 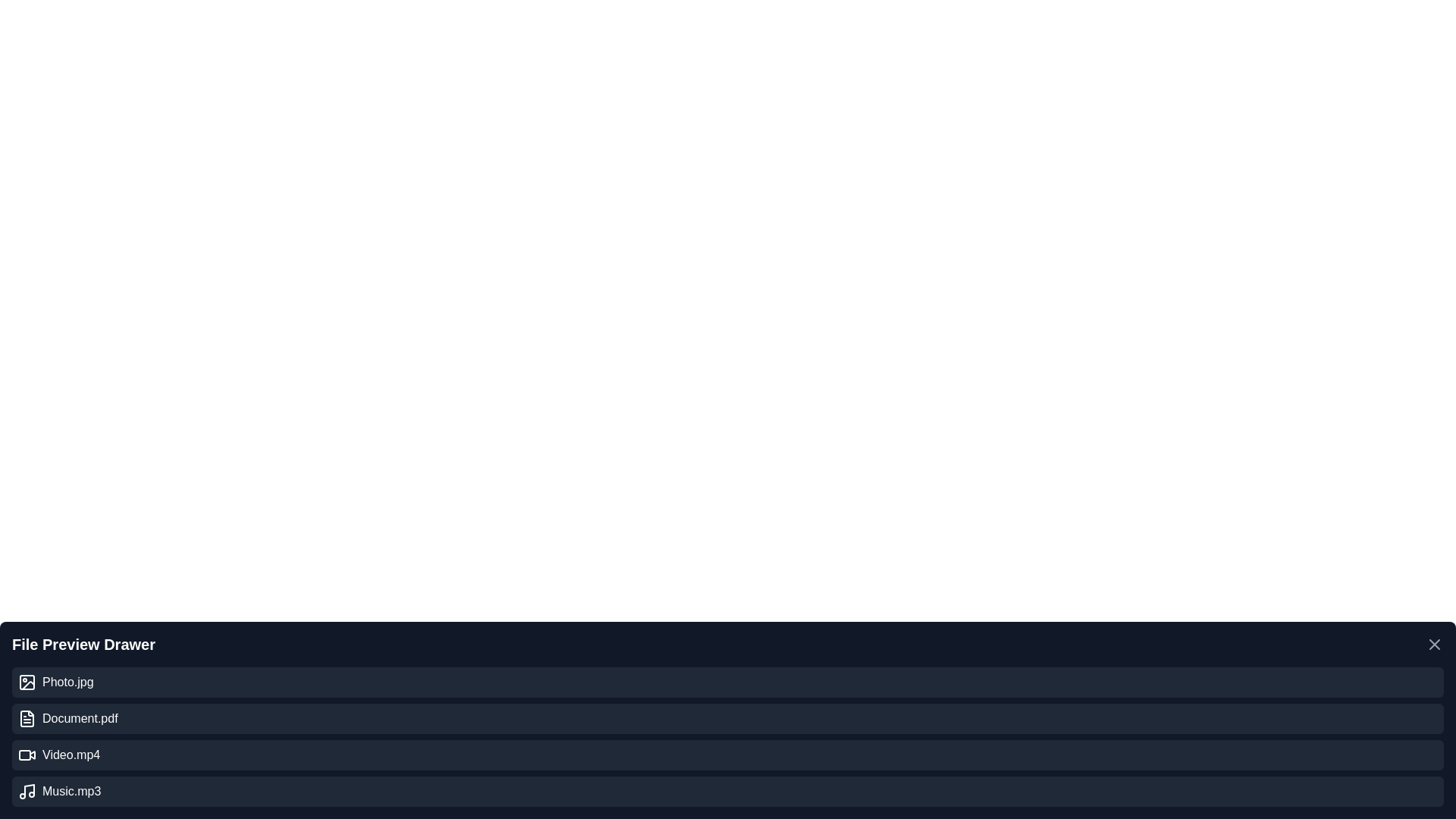 I want to click on the circular button with an 'X' icon located at the top-right corner of the 'File Preview Drawer', so click(x=1433, y=644).